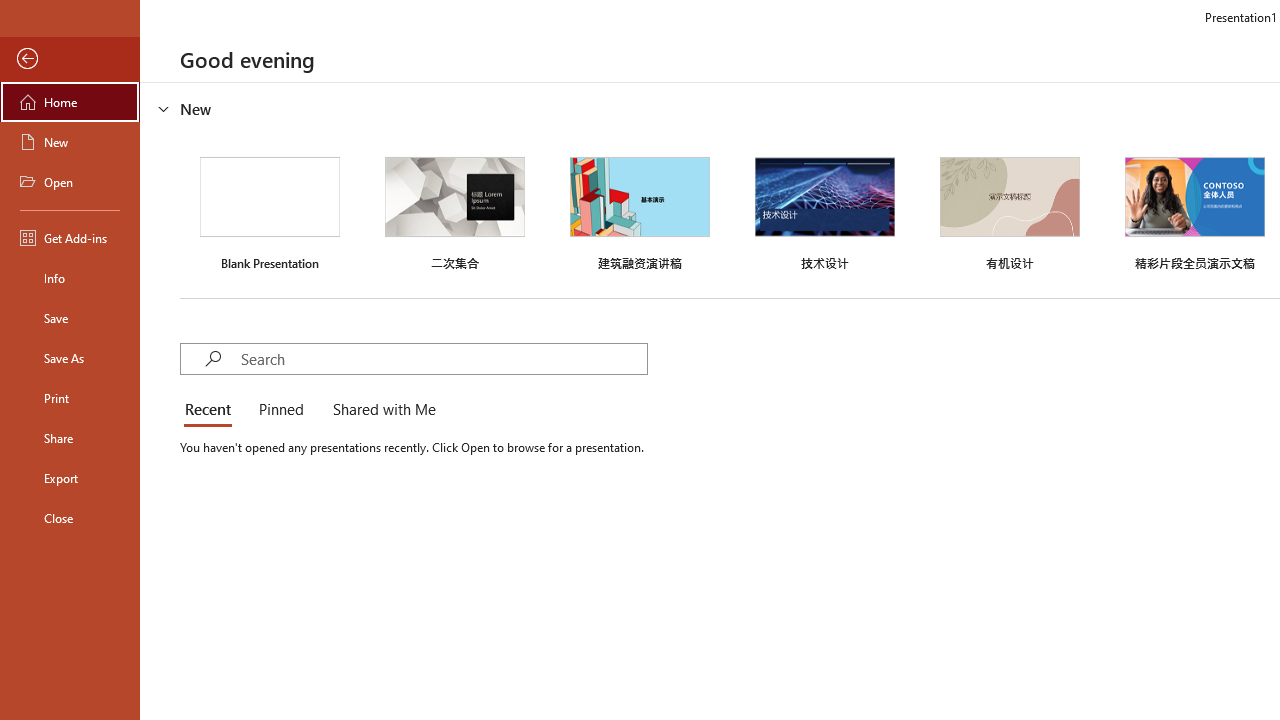 Image resolution: width=1280 pixels, height=720 pixels. I want to click on 'Get Add-ins', so click(69, 236).